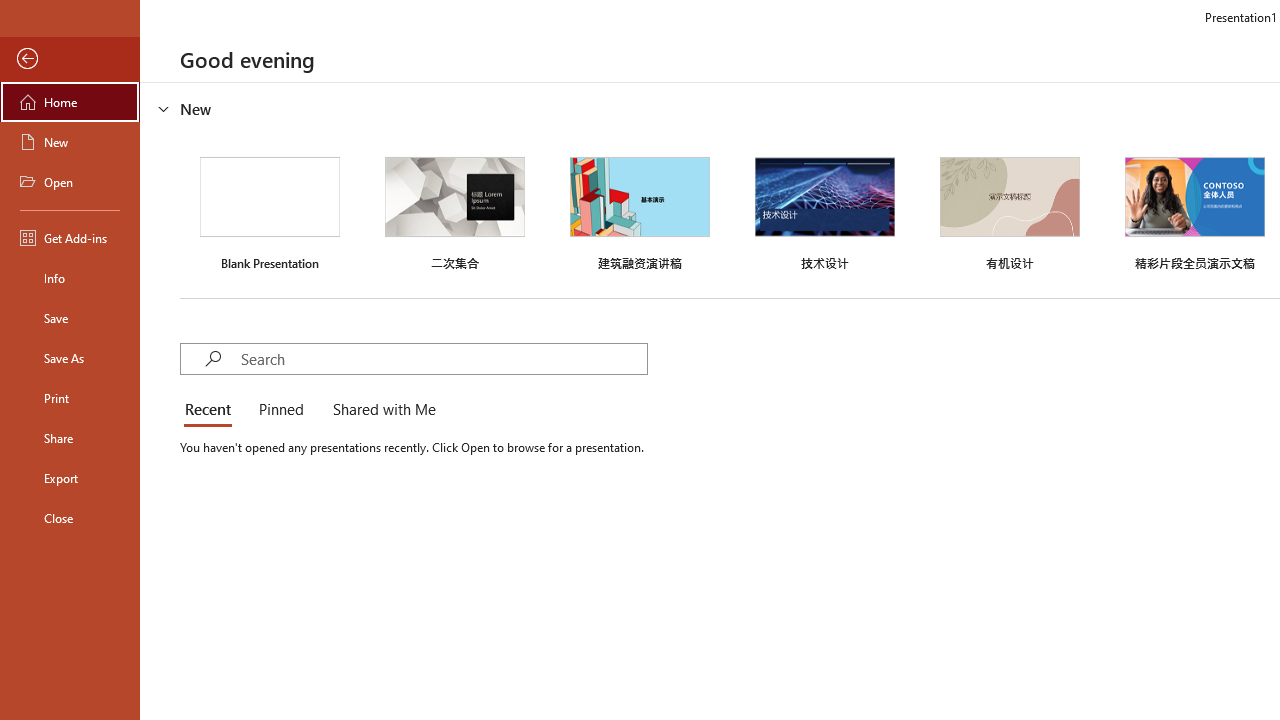 Image resolution: width=1280 pixels, height=720 pixels. I want to click on 'Get Add-ins', so click(69, 236).